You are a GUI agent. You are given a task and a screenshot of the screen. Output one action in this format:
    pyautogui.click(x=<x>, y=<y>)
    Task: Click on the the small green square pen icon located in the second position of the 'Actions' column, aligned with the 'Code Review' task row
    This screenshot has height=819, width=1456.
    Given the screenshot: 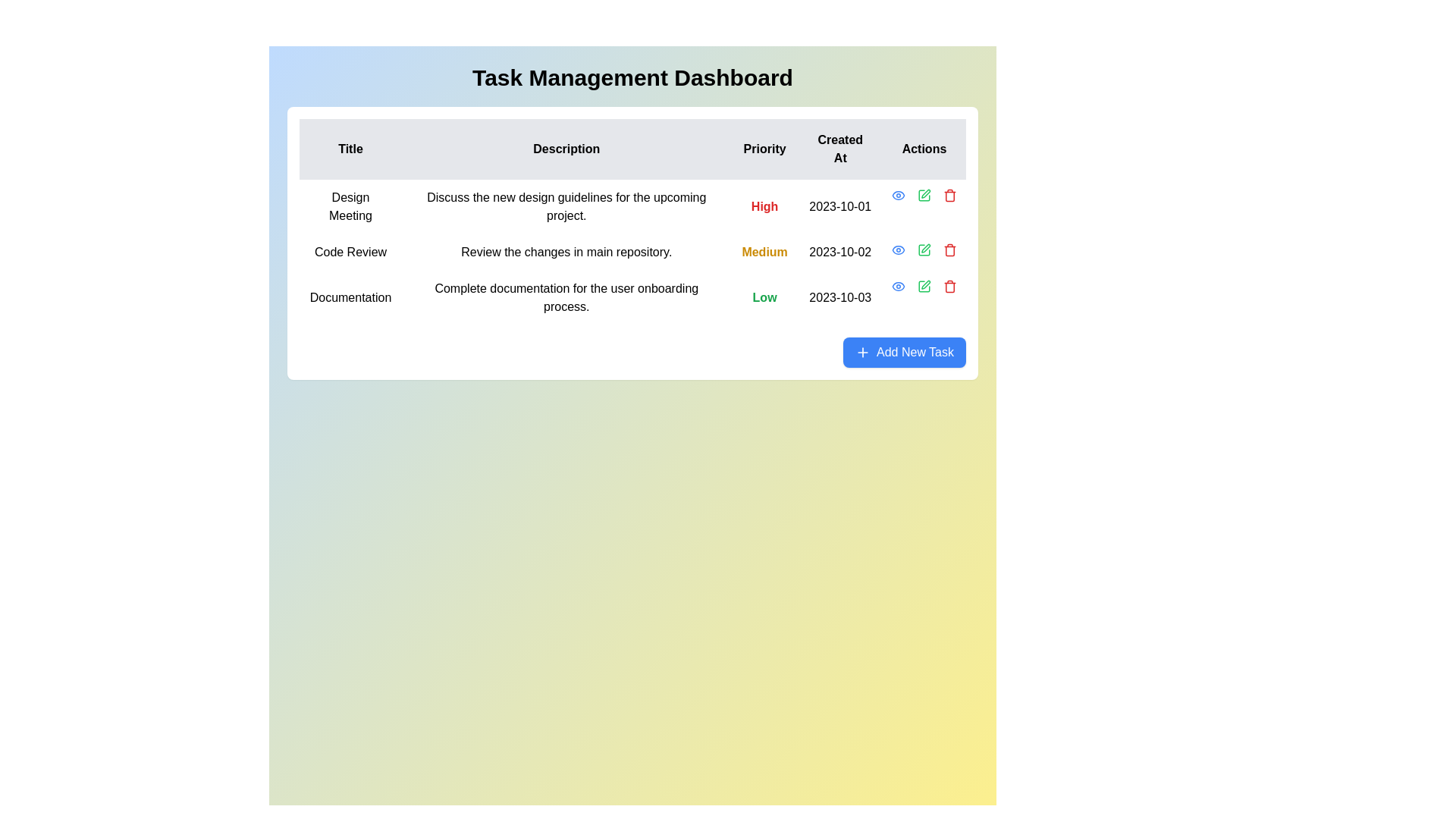 What is the action you would take?
    pyautogui.click(x=924, y=195)
    